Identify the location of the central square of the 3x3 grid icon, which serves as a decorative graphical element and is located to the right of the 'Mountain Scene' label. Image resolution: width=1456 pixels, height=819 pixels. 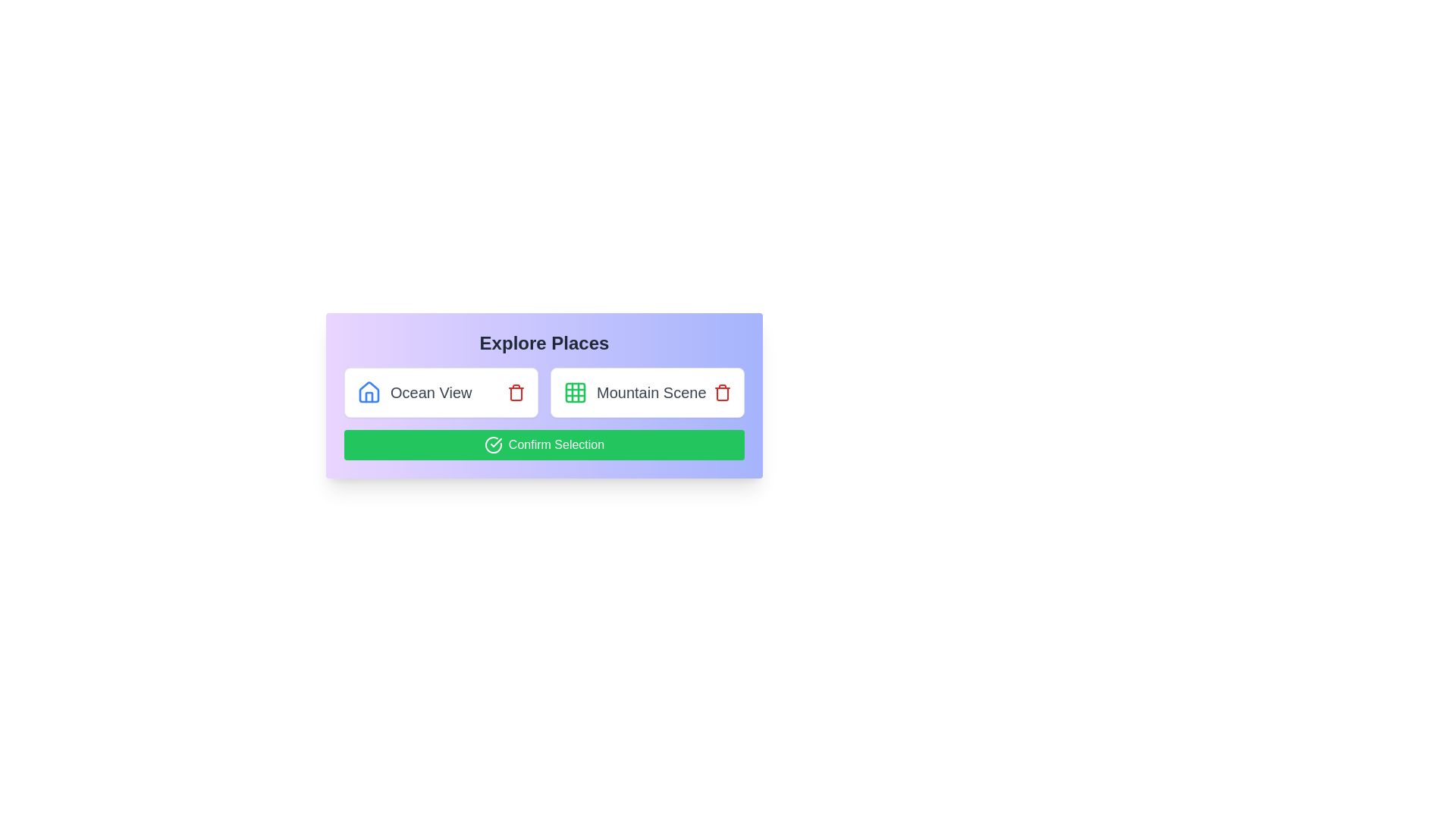
(574, 391).